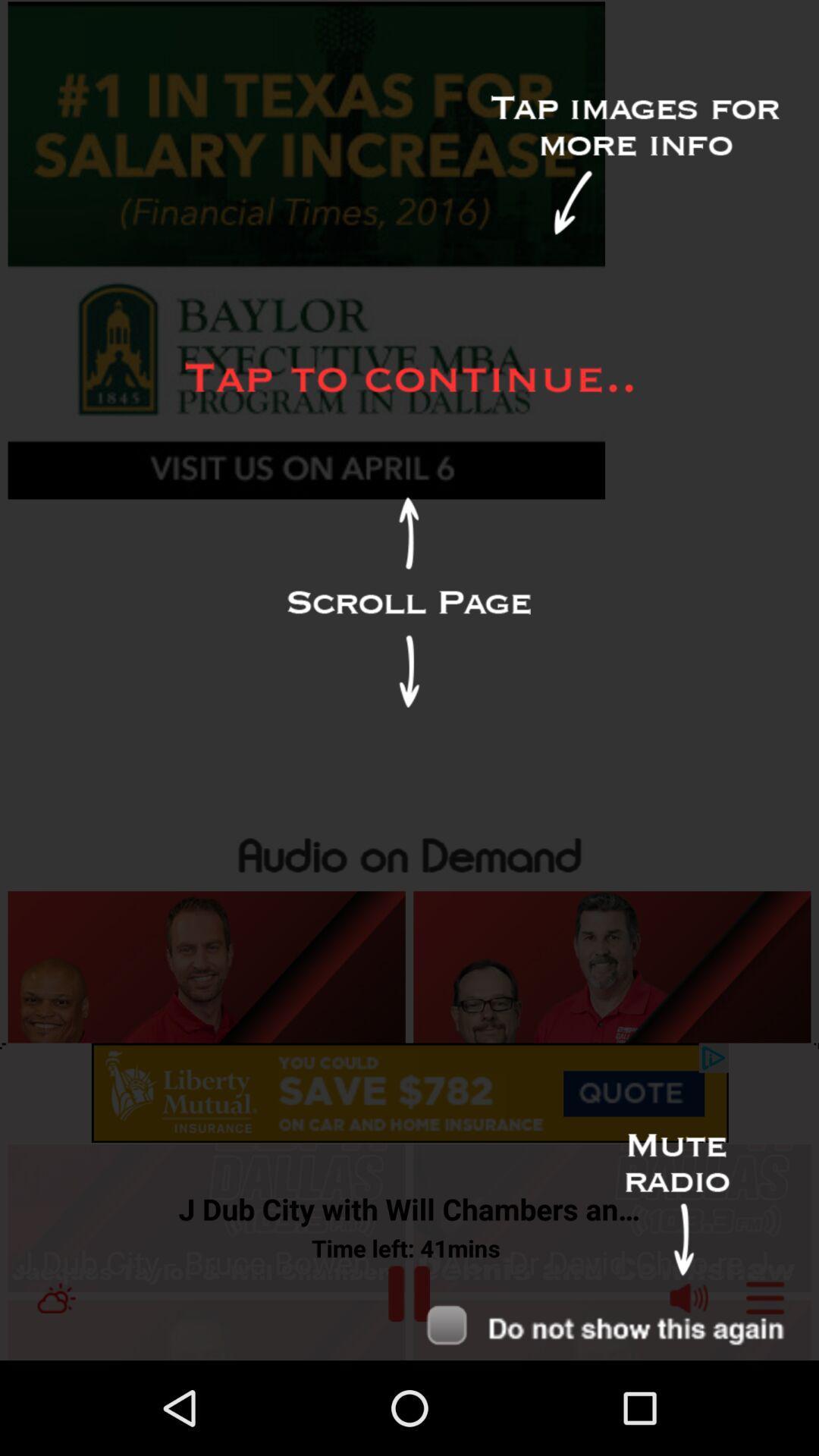 Image resolution: width=819 pixels, height=1456 pixels. What do you see at coordinates (676, 1204) in the screenshot?
I see `the text mute radio` at bounding box center [676, 1204].